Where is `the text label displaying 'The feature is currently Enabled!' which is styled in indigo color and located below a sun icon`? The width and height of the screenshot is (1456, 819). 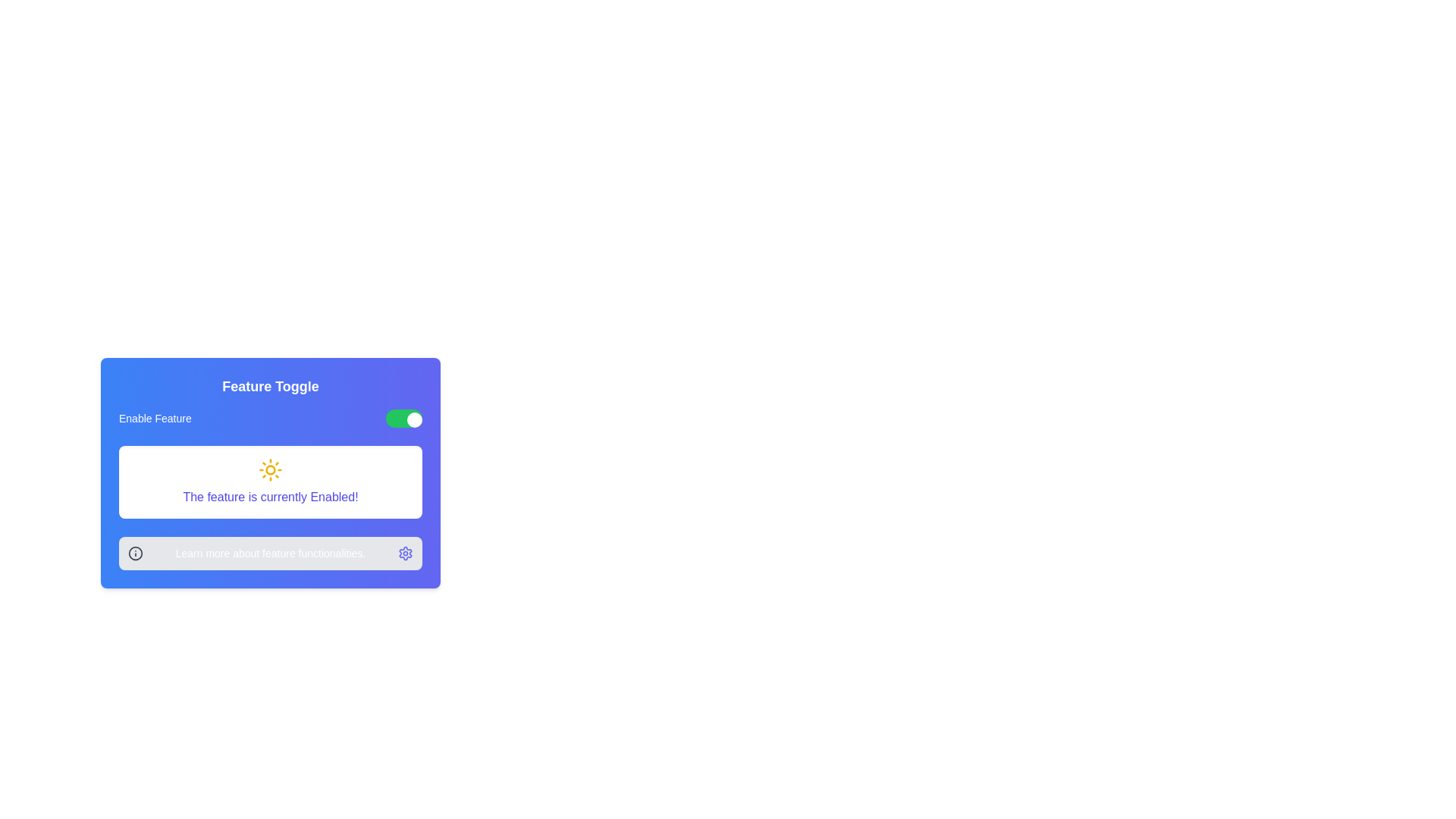 the text label displaying 'The feature is currently Enabled!' which is styled in indigo color and located below a sun icon is located at coordinates (270, 497).